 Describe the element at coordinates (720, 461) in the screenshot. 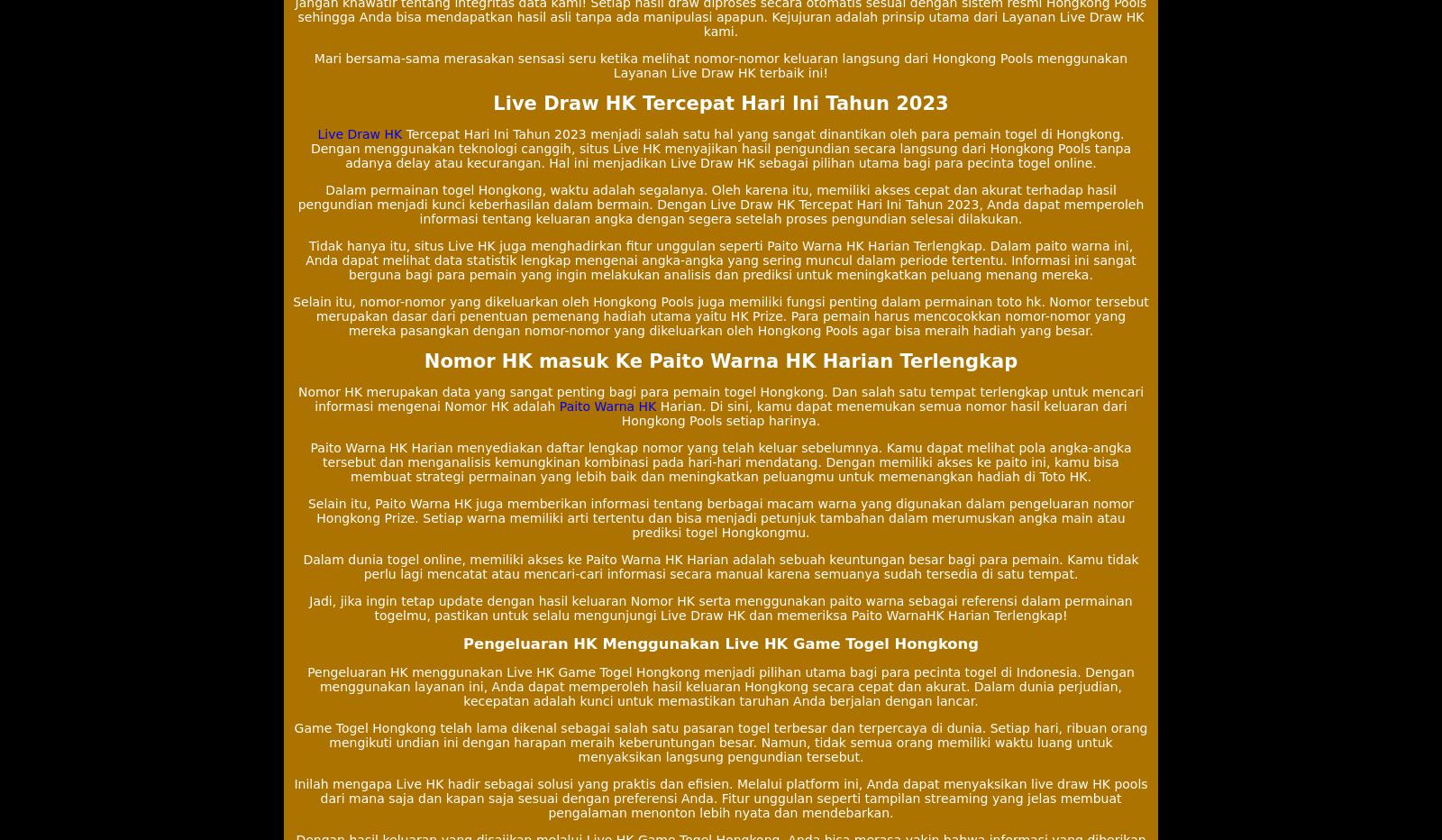

I see `'Paito Warna HK Harian menyediakan daftar lengkap nomor yang telah keluar sebelumnya. Kamu dapat melihat pola angka-angka tersebut dan menganalisis kemungkinan kombinasi pada hari-hari mendatang. Dengan memiliki akses ke paito ini, kamu bisa membuat strategi permainan yang lebih baik dan meningkatkan peluangmu untuk memenangkan hadiah di Toto HK.'` at that location.